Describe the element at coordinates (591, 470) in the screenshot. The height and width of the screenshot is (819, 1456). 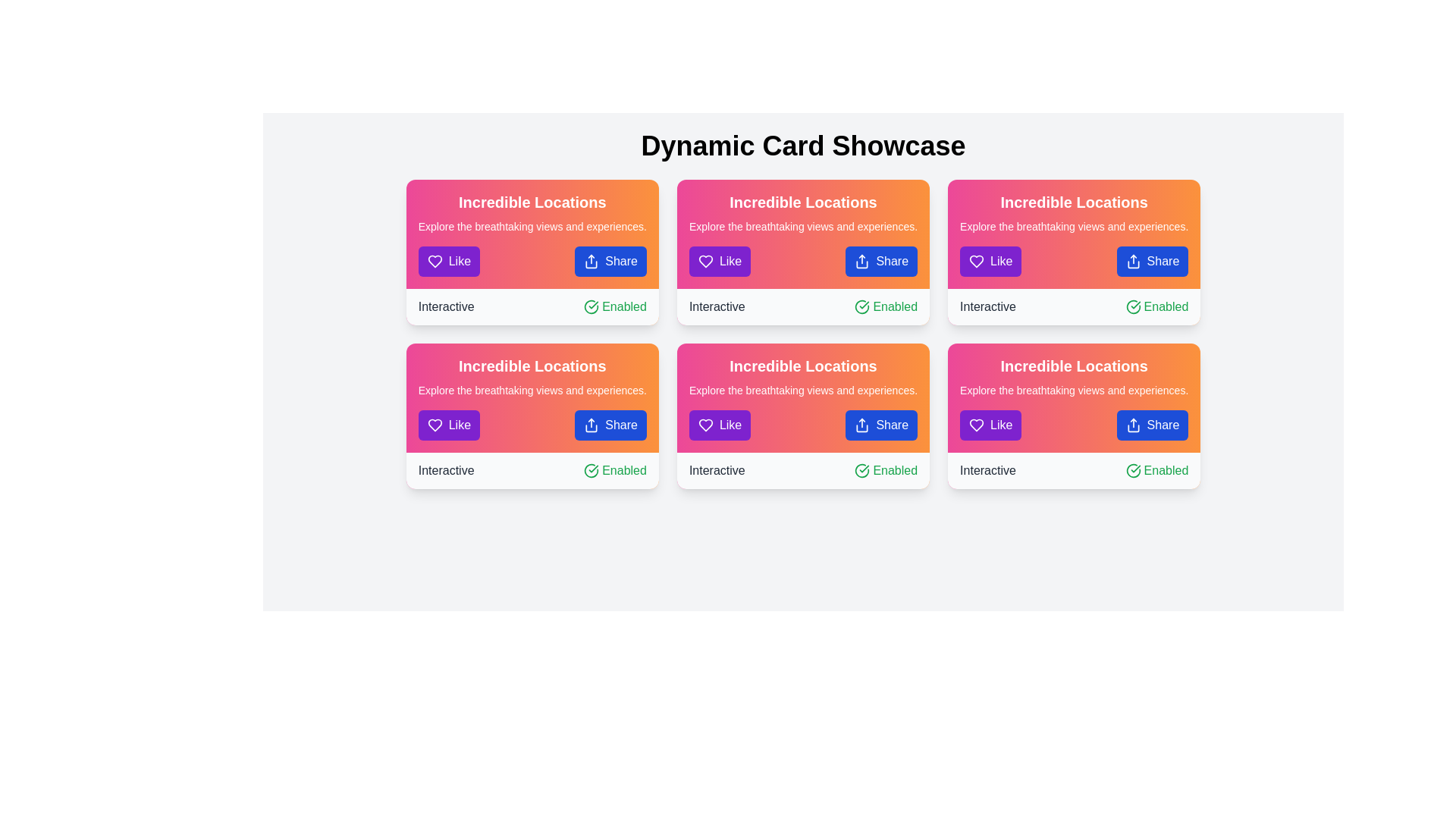
I see `the circular checkmark icon with a green stroke located in the bottom right area of the orange and pink card, adjacent to the 'Enabled' label` at that location.